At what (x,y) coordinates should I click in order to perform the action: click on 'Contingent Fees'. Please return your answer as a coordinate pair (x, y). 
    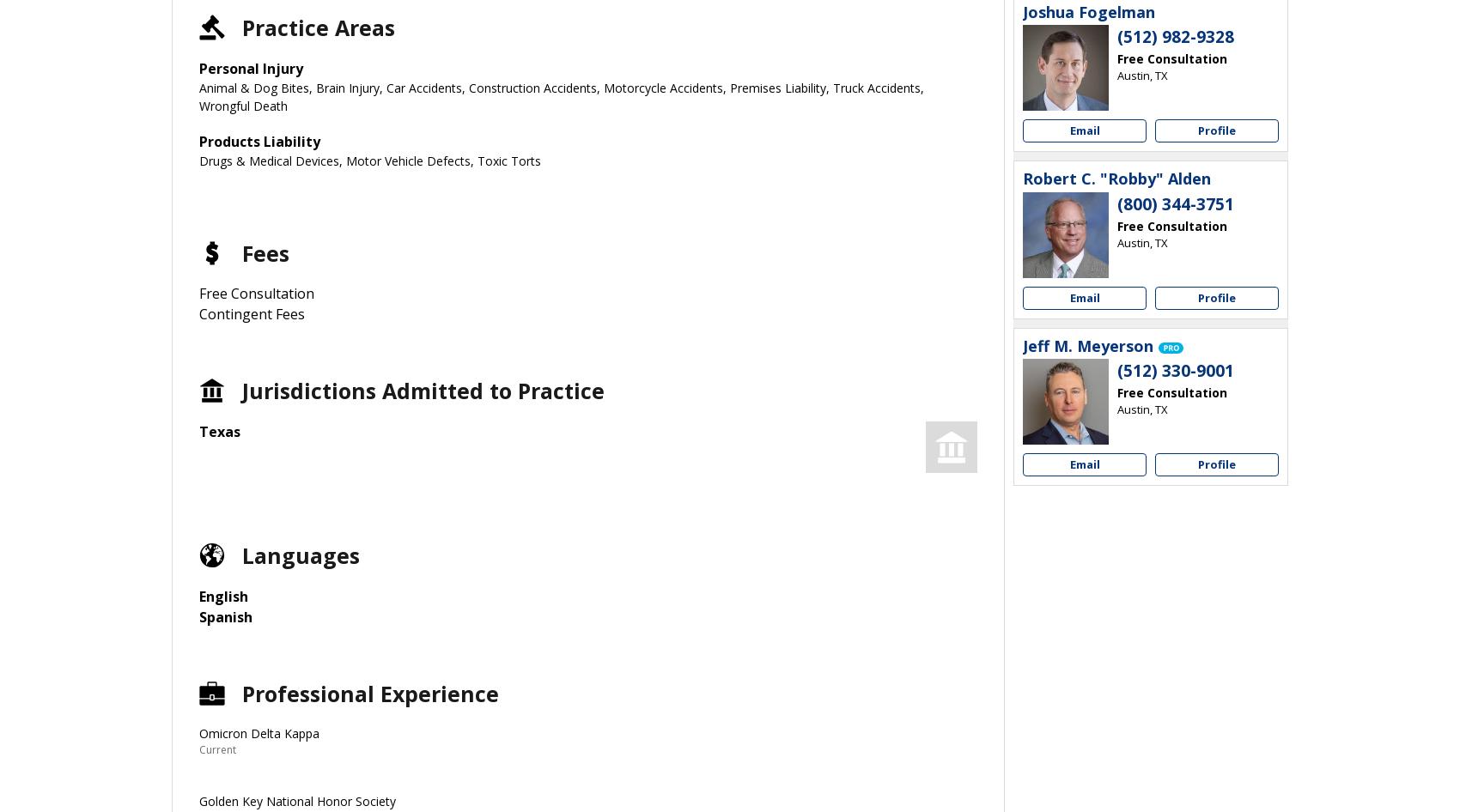
    Looking at the image, I should click on (199, 314).